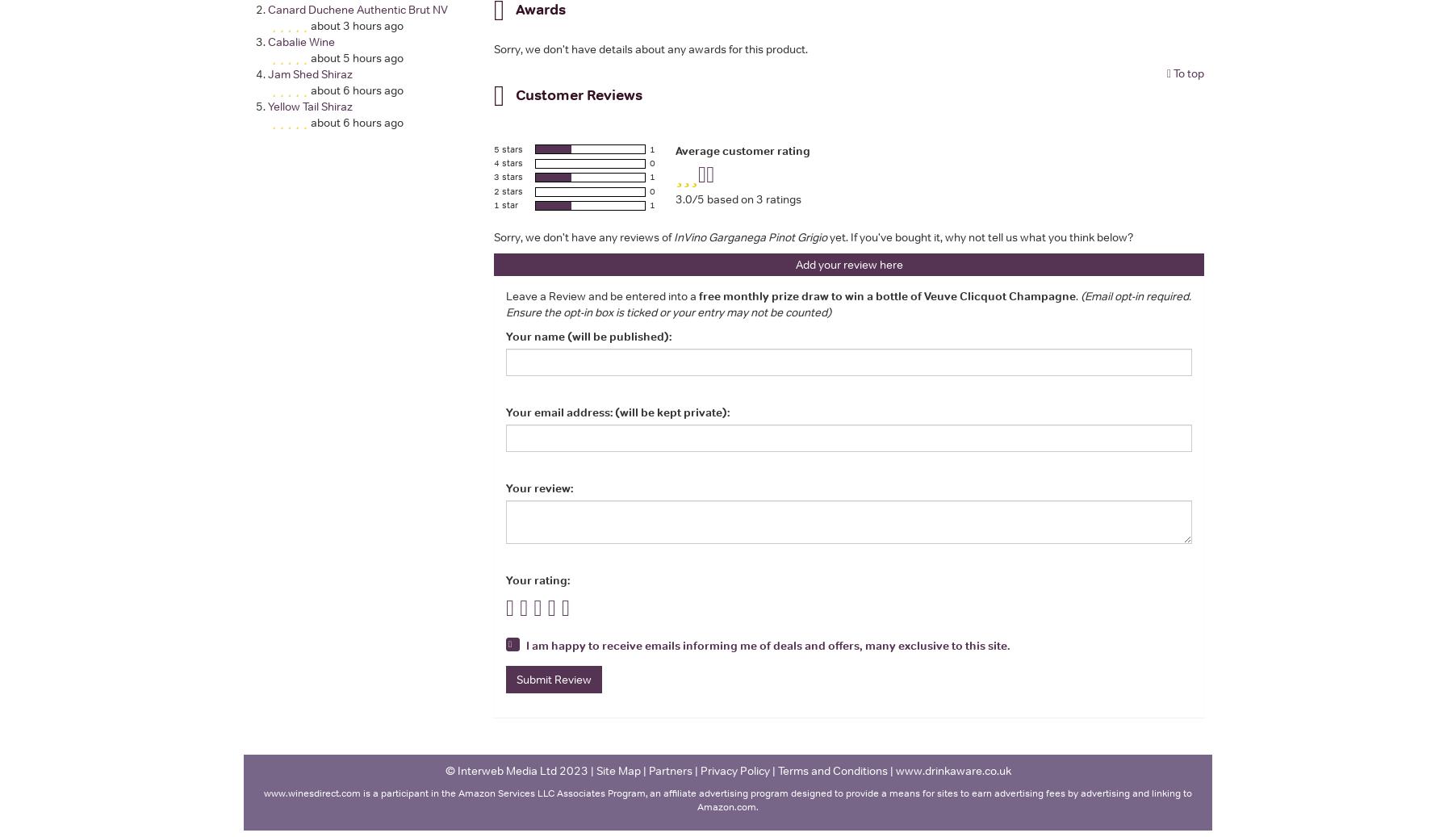  Describe the element at coordinates (507, 176) in the screenshot. I see `'3 stars'` at that location.